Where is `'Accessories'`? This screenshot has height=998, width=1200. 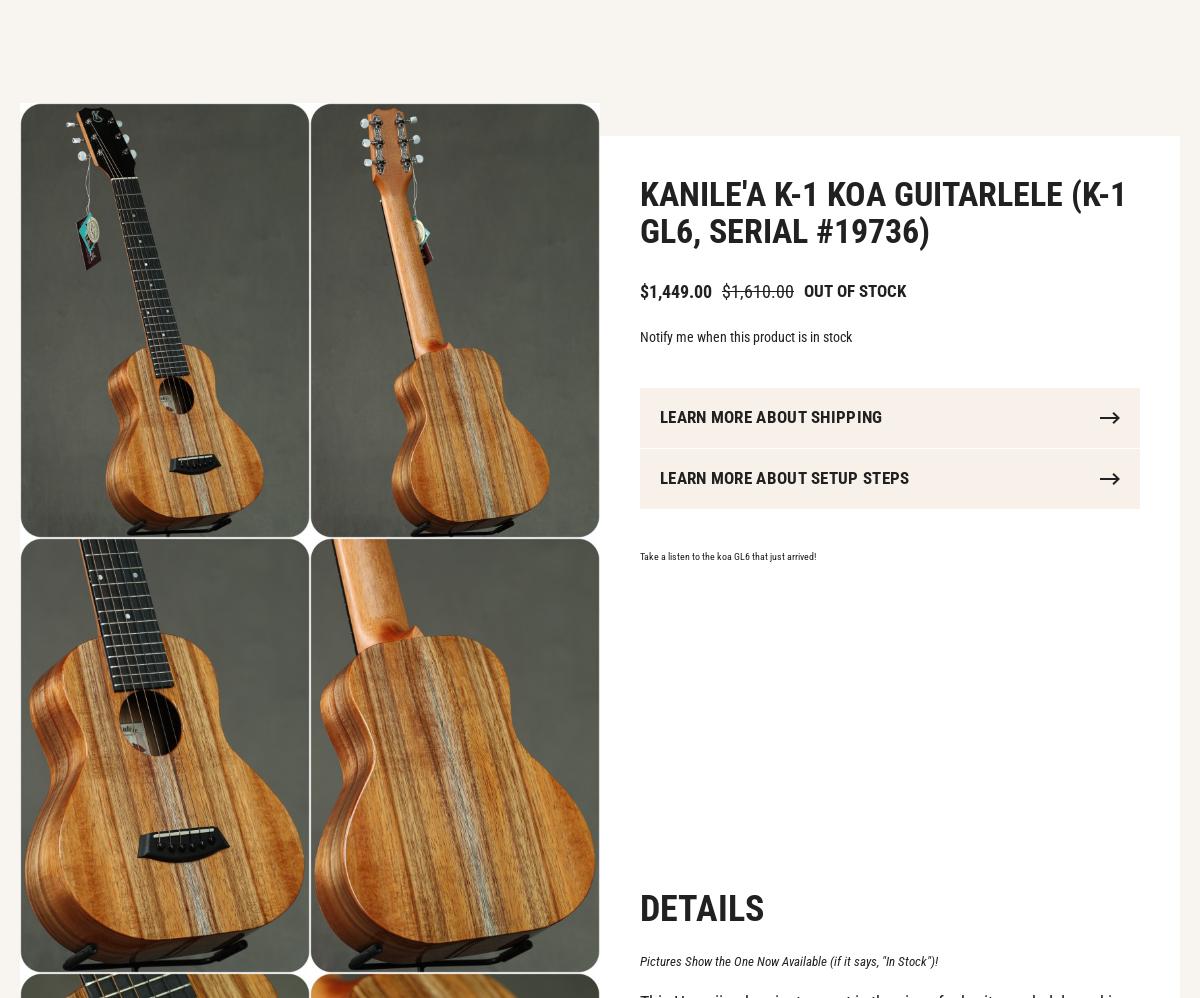 'Accessories' is located at coordinates (379, 50).